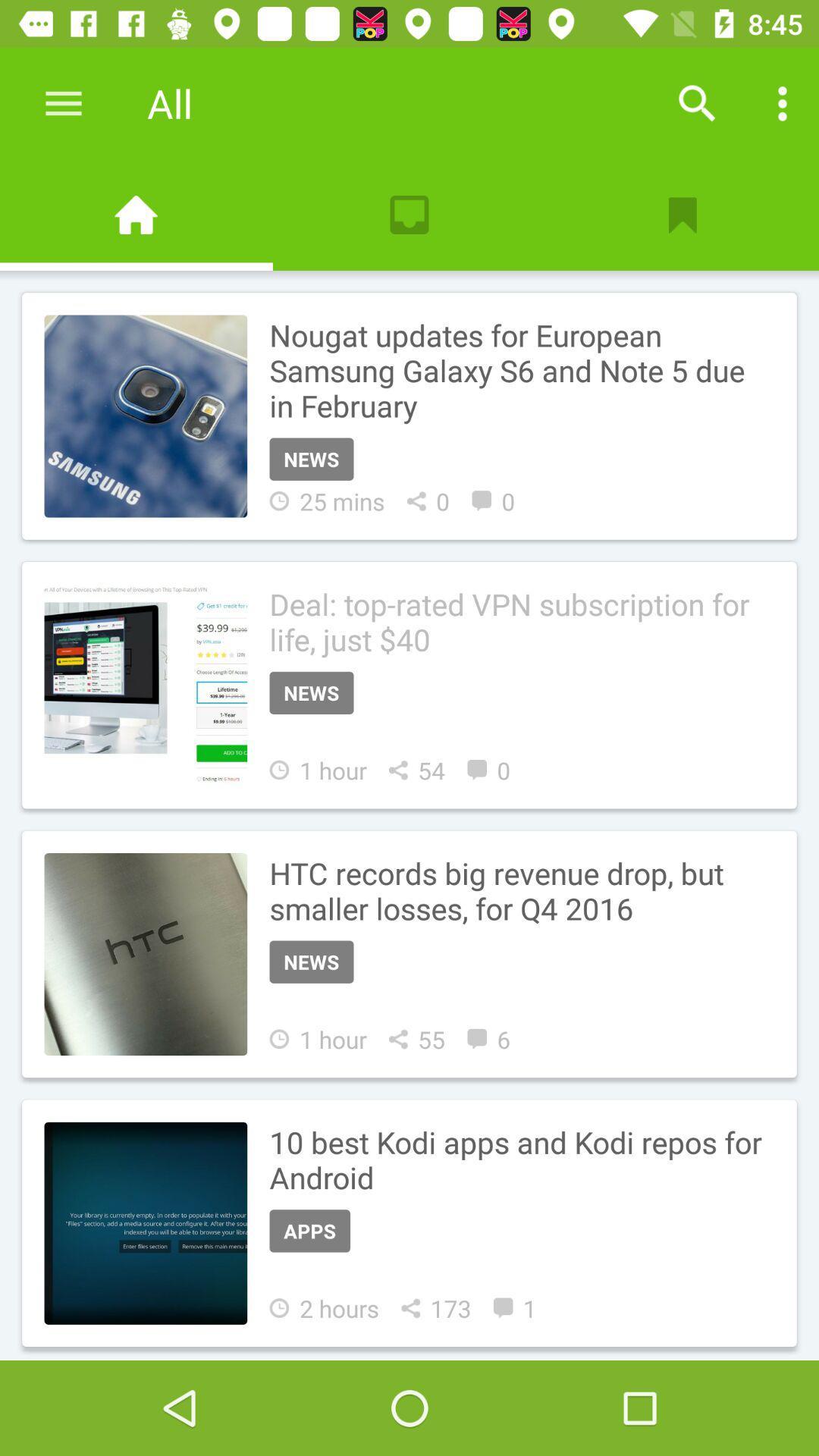 The height and width of the screenshot is (1456, 819). Describe the element at coordinates (136, 214) in the screenshot. I see `the compare icon` at that location.